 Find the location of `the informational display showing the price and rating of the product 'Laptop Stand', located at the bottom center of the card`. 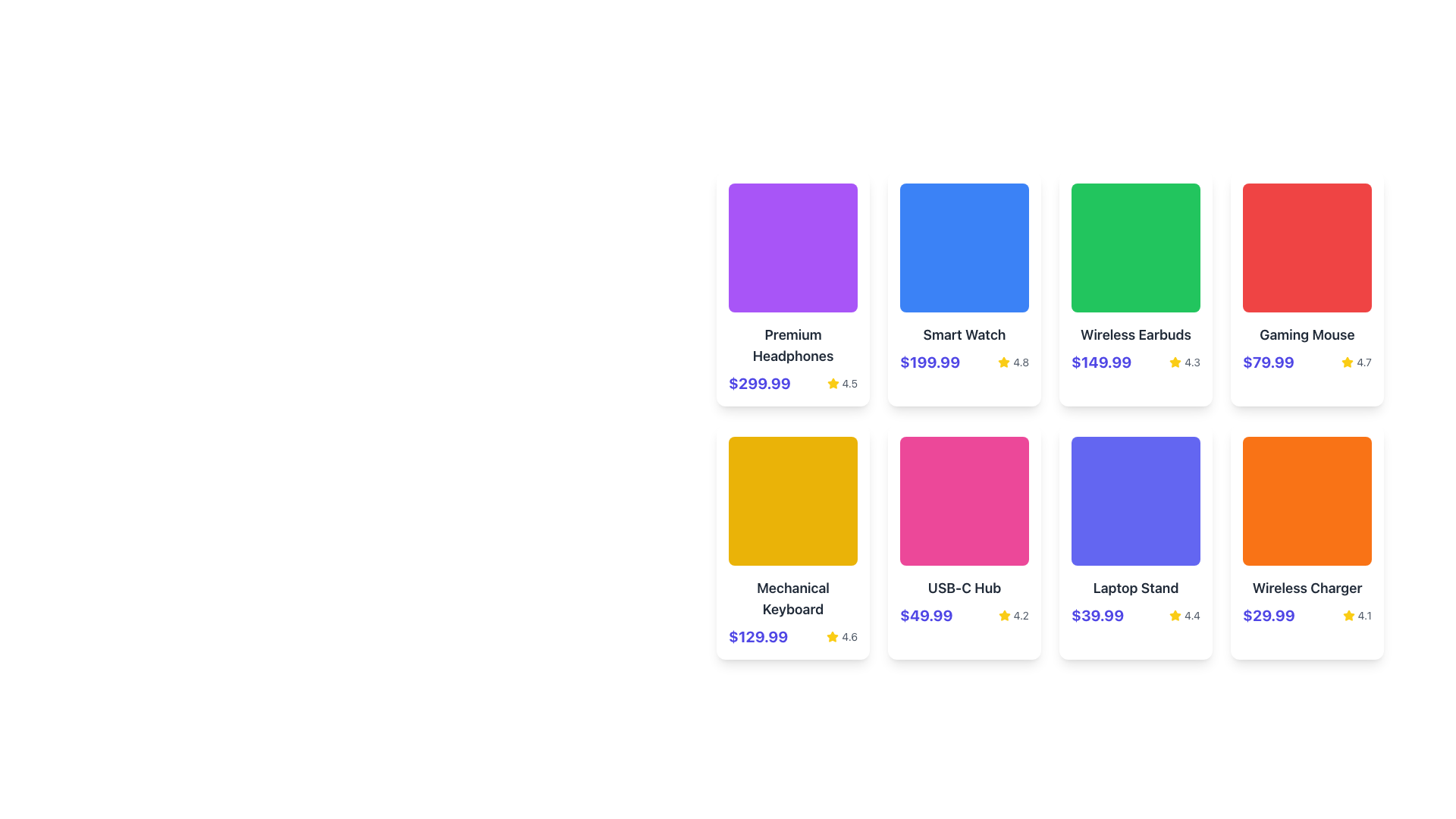

the informational display showing the price and rating of the product 'Laptop Stand', located at the bottom center of the card is located at coordinates (1135, 616).